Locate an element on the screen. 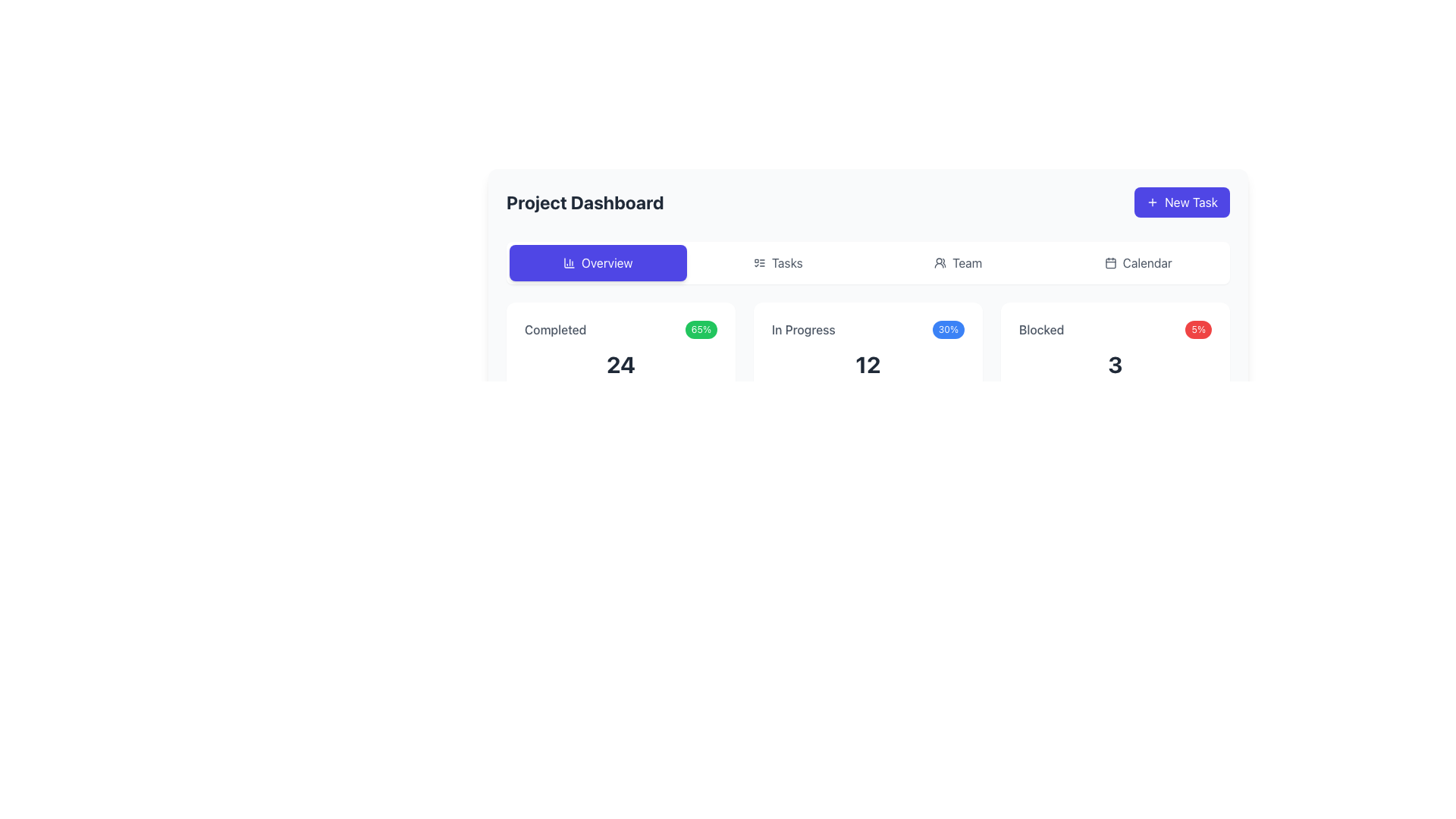 Image resolution: width=1456 pixels, height=819 pixels. the text element that displays 'Project Dashboard', which is bold and large-sized, located near the top-left section of the interface is located at coordinates (584, 201).